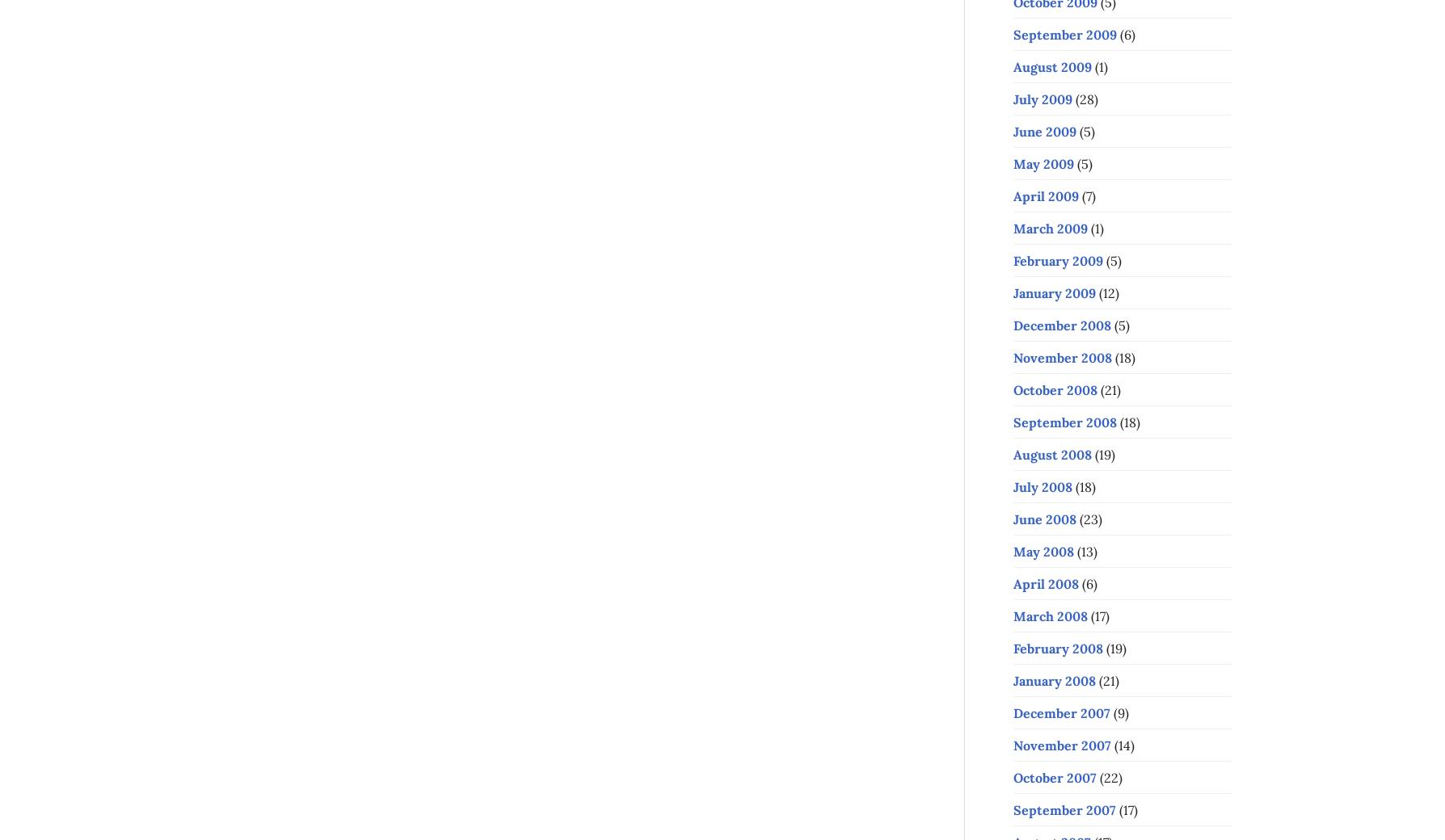 The width and height of the screenshot is (1445, 840). Describe the element at coordinates (1045, 582) in the screenshot. I see `'April 2008'` at that location.